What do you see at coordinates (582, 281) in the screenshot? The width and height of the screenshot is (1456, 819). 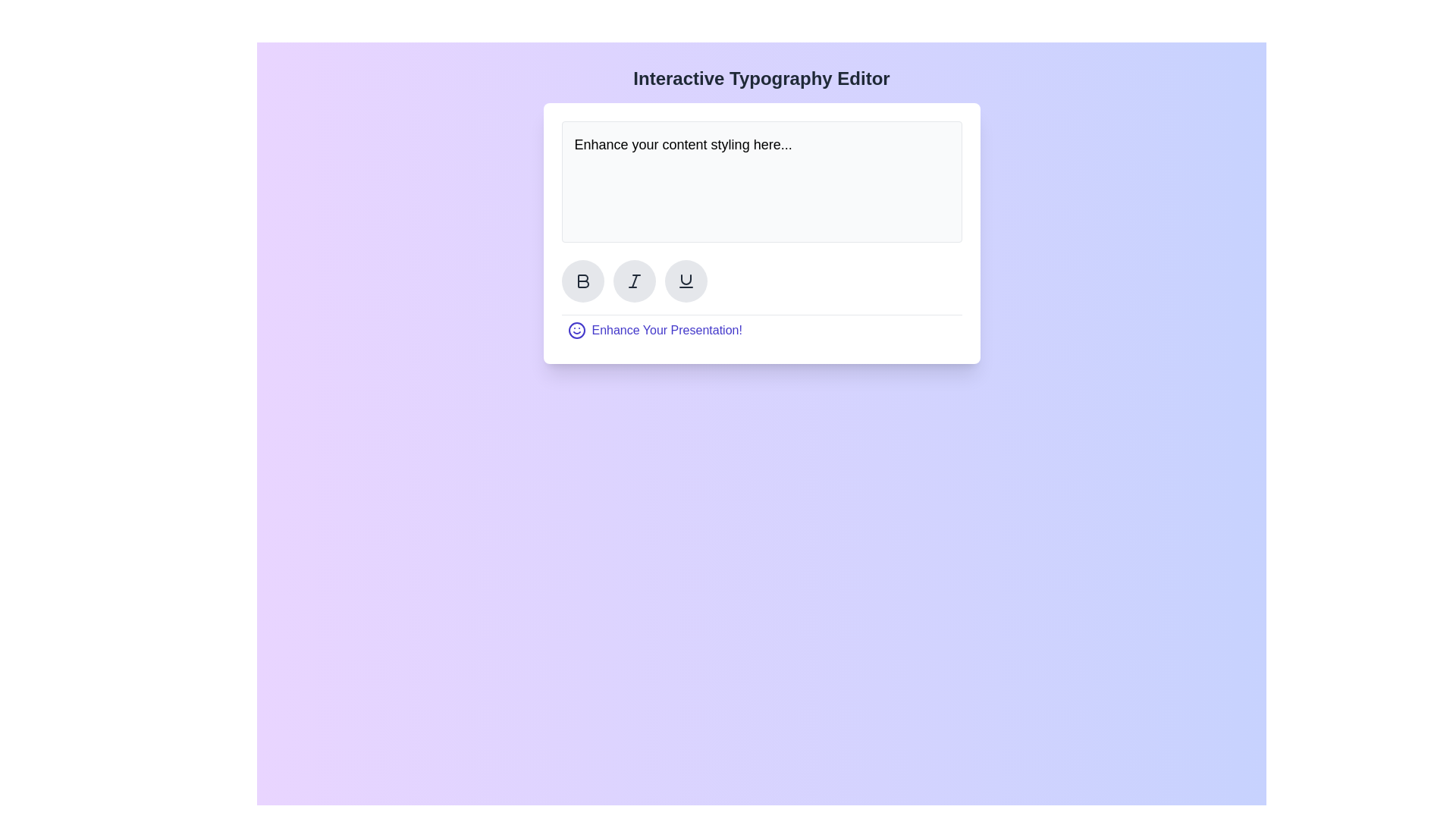 I see `the bold formatting button located at the top-left corner of the interactive toolbar in the Typography Editor` at bounding box center [582, 281].